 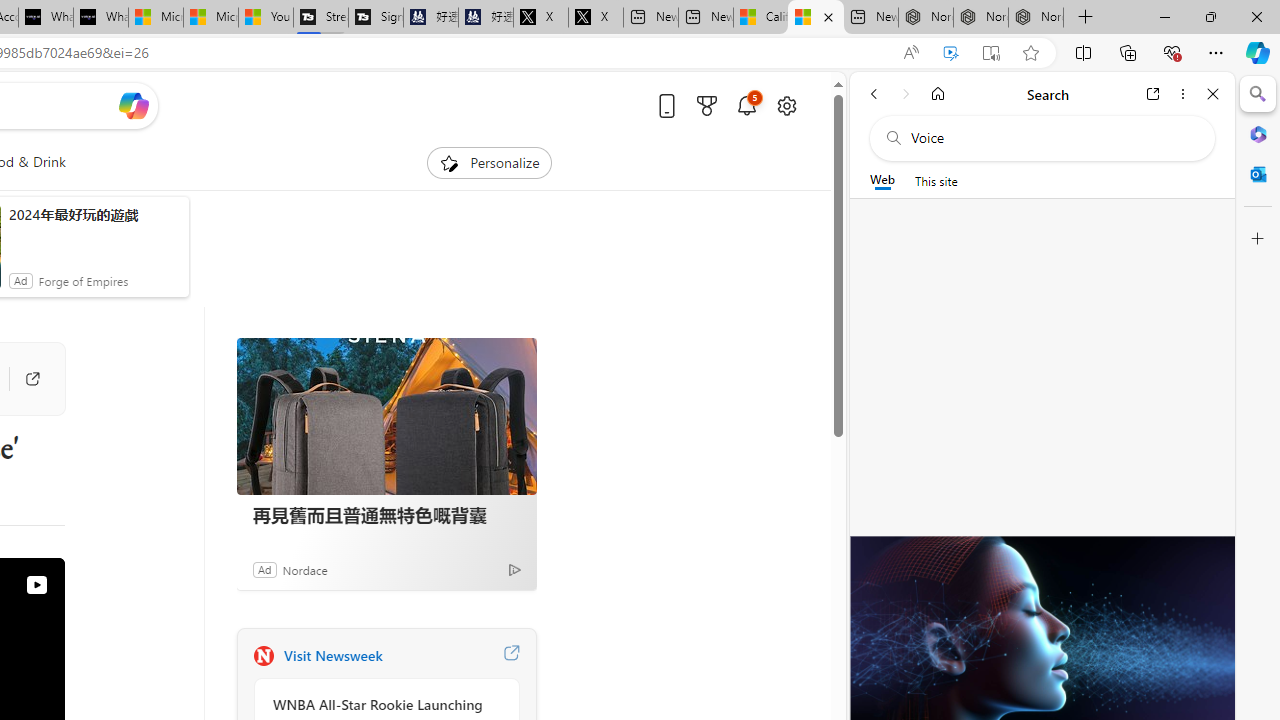 What do you see at coordinates (1171, 51) in the screenshot?
I see `'Browser essentials'` at bounding box center [1171, 51].